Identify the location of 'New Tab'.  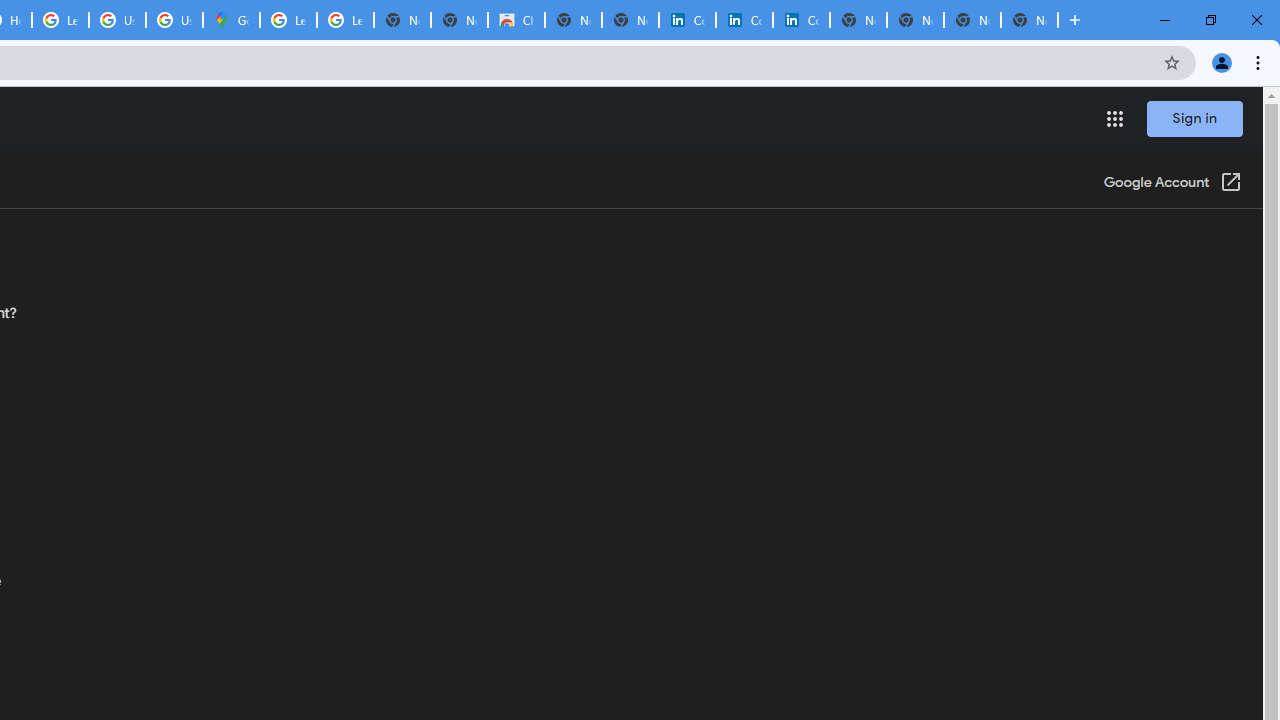
(1029, 20).